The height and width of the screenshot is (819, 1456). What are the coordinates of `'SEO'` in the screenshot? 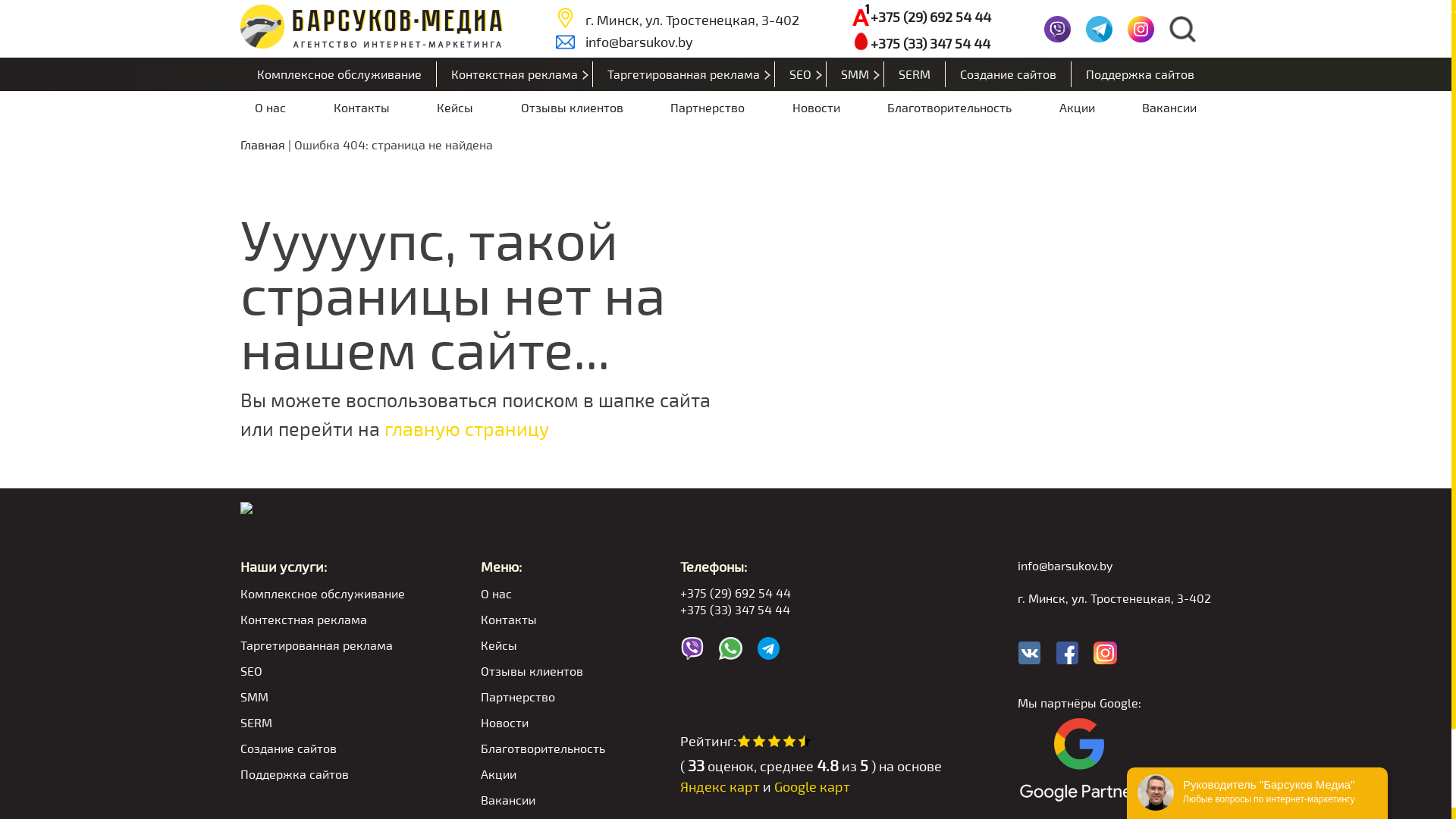 It's located at (800, 74).